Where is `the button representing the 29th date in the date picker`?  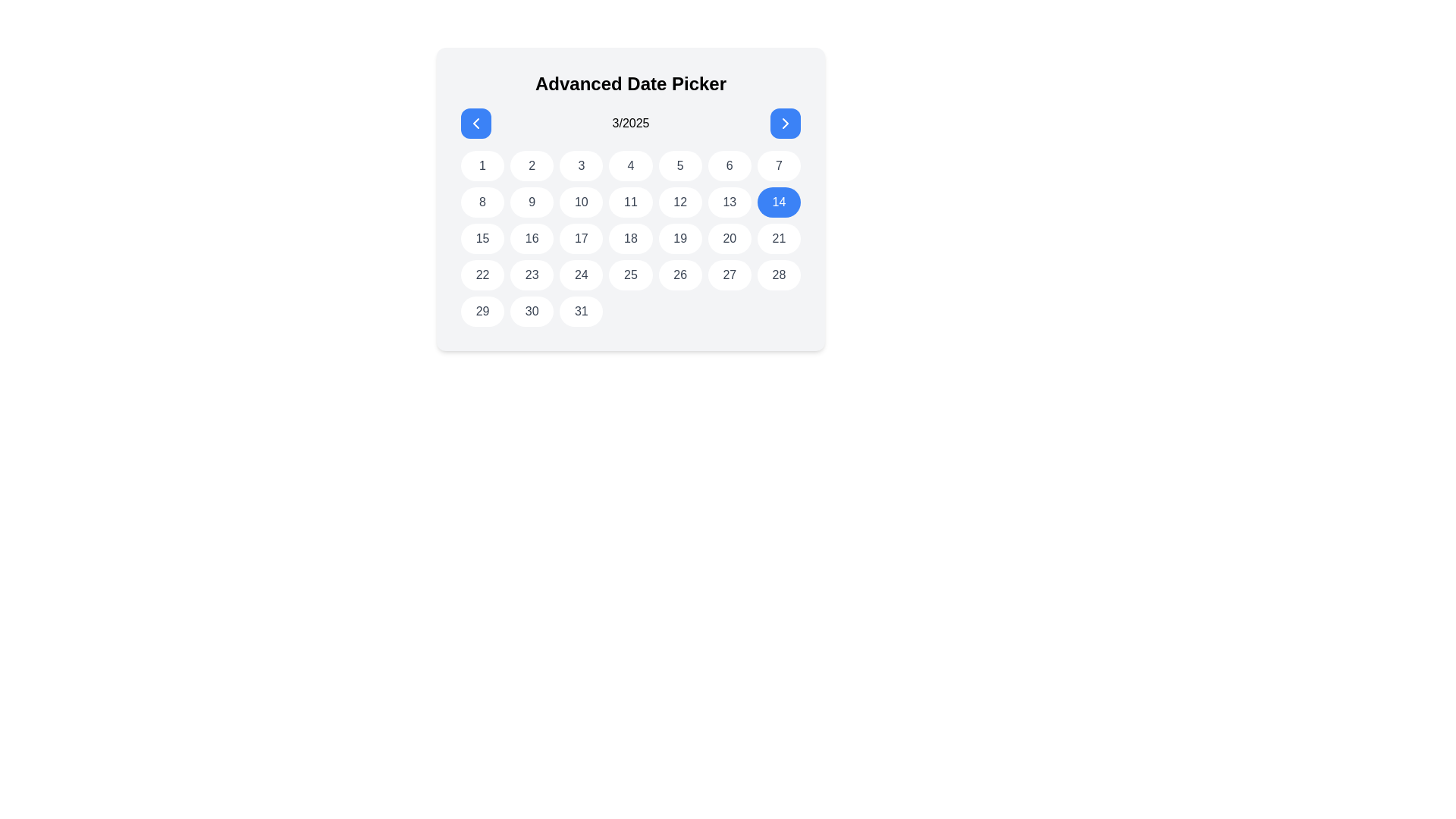 the button representing the 29th date in the date picker is located at coordinates (482, 311).